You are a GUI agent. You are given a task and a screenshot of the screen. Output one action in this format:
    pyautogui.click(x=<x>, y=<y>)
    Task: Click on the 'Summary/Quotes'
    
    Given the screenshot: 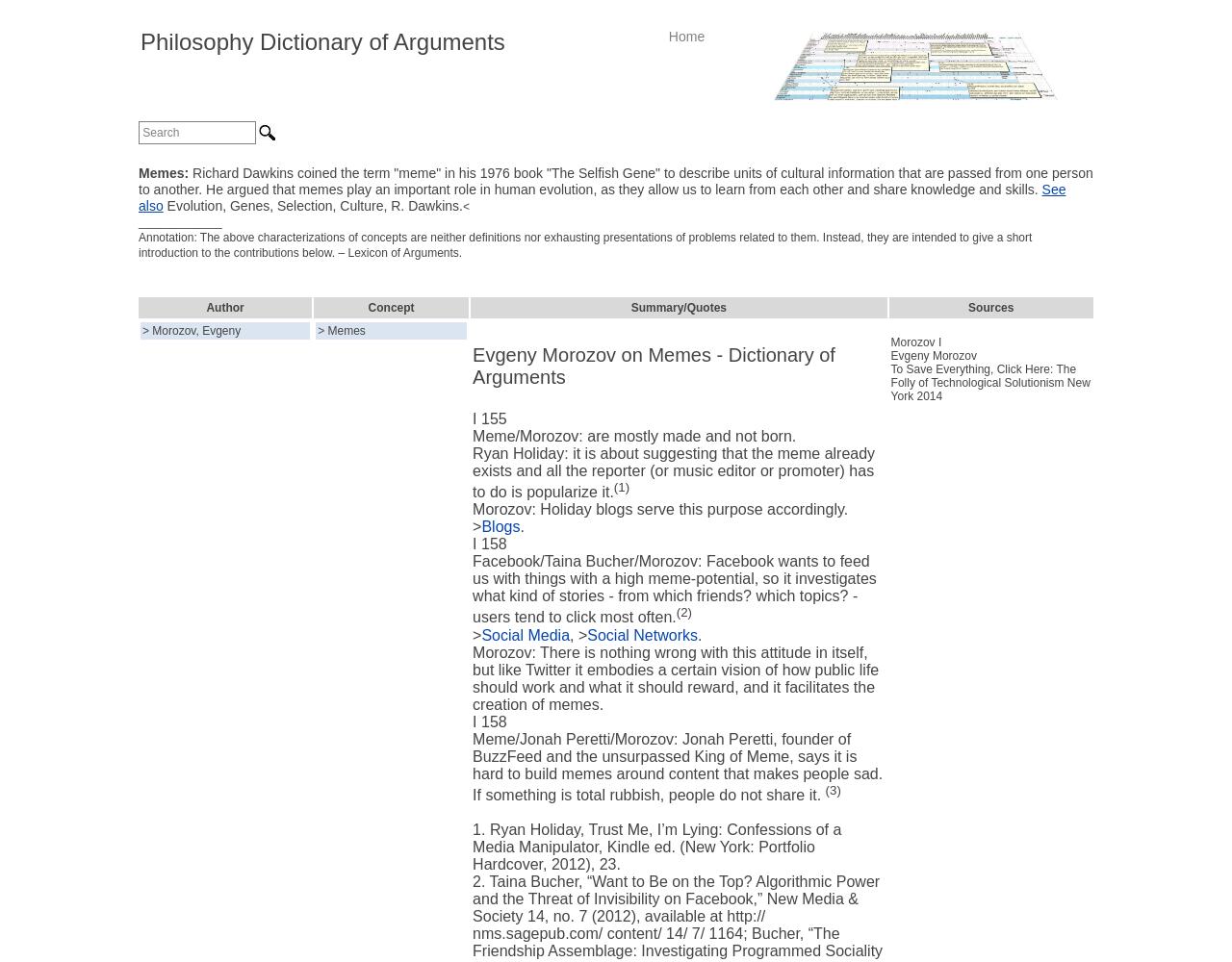 What is the action you would take?
    pyautogui.click(x=629, y=307)
    